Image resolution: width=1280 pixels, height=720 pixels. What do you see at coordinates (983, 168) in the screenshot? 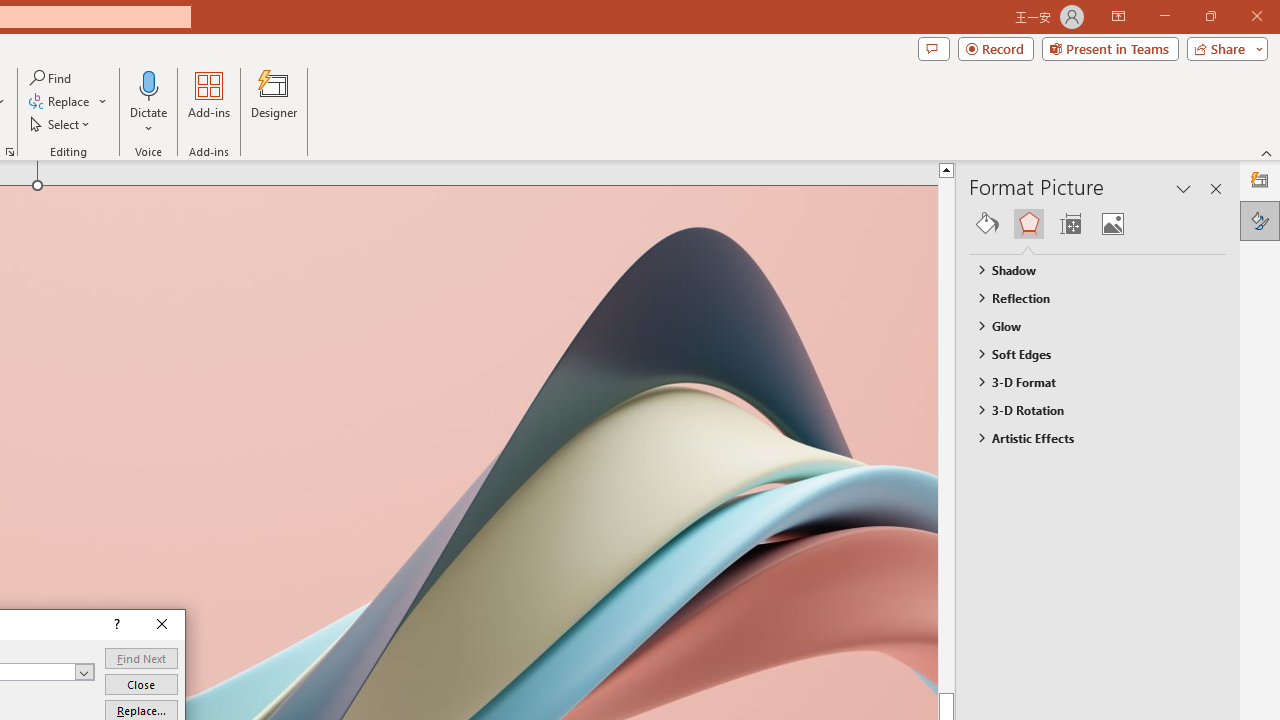
I see `'Line up'` at bounding box center [983, 168].